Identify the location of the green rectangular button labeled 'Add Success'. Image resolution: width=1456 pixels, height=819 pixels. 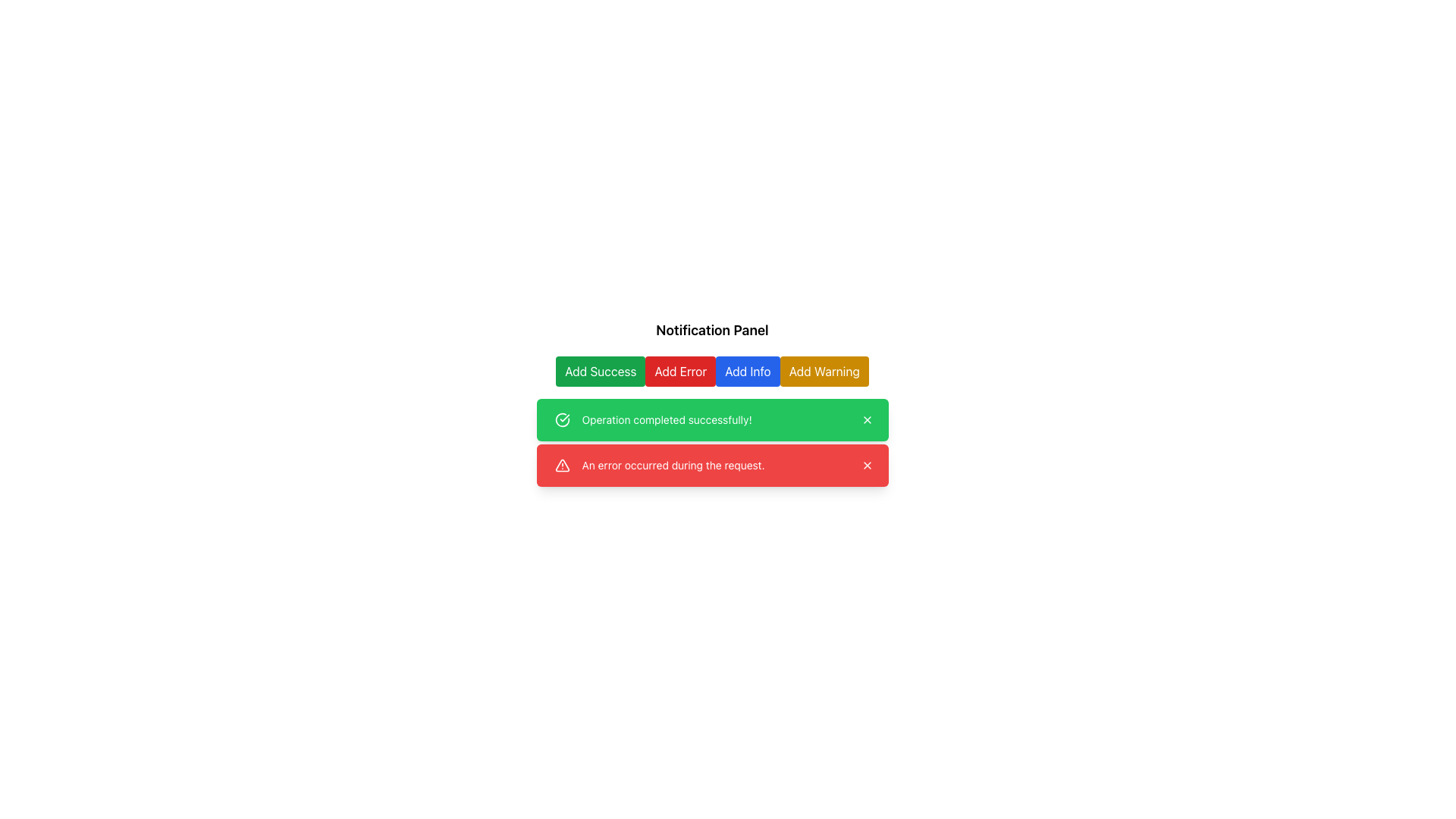
(600, 371).